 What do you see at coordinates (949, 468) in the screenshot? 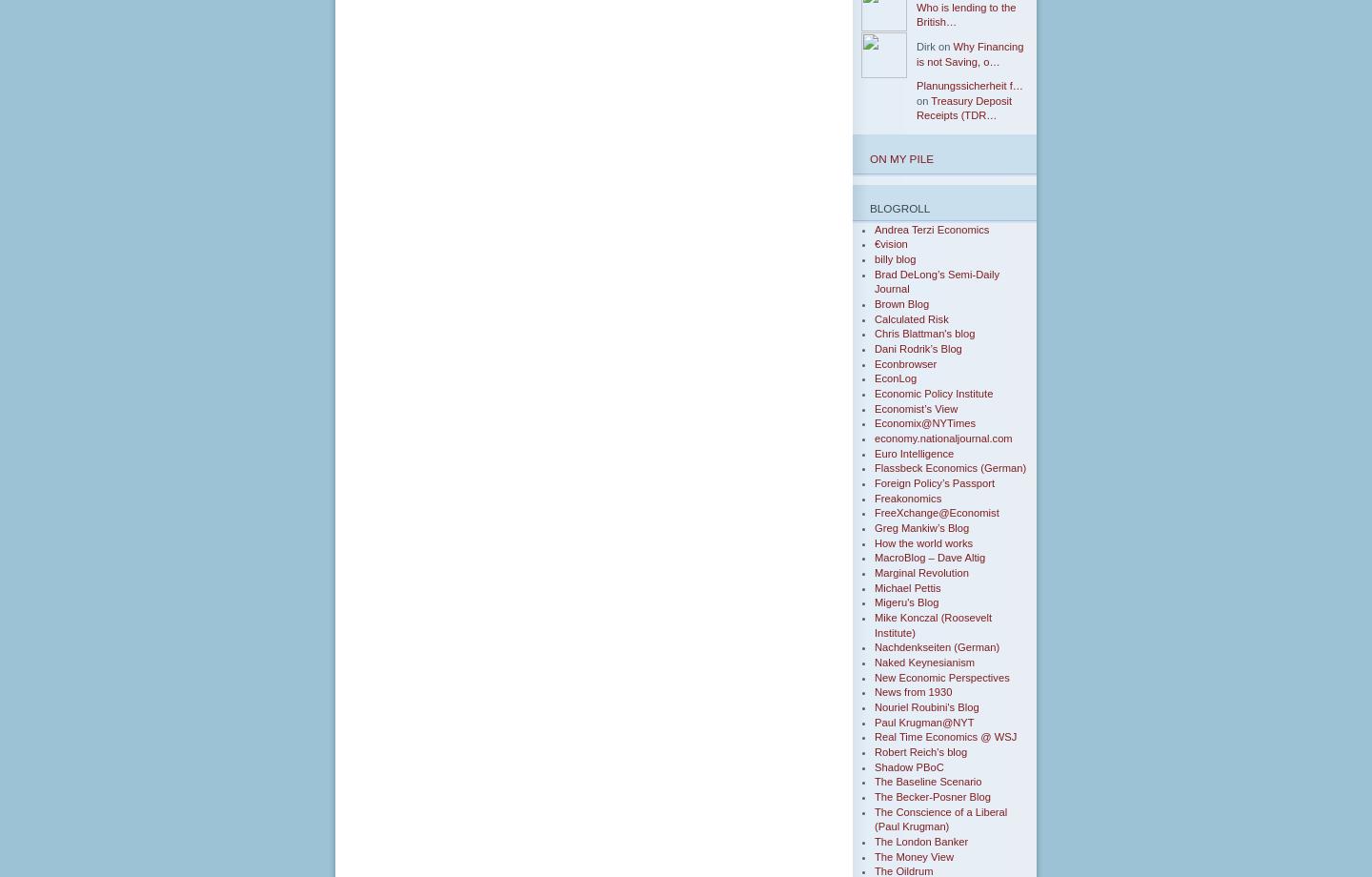
I see `'Flassbeck Economics (German)'` at bounding box center [949, 468].